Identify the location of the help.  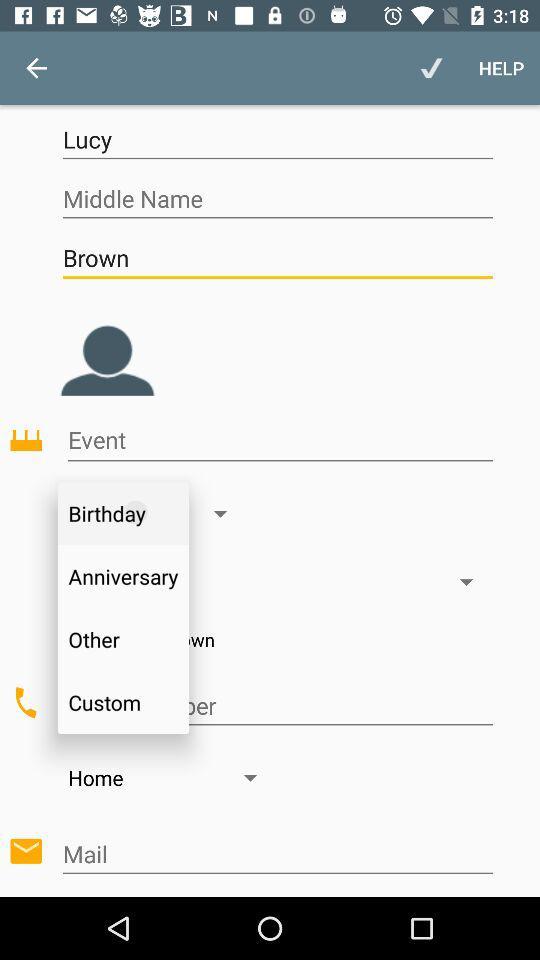
(500, 68).